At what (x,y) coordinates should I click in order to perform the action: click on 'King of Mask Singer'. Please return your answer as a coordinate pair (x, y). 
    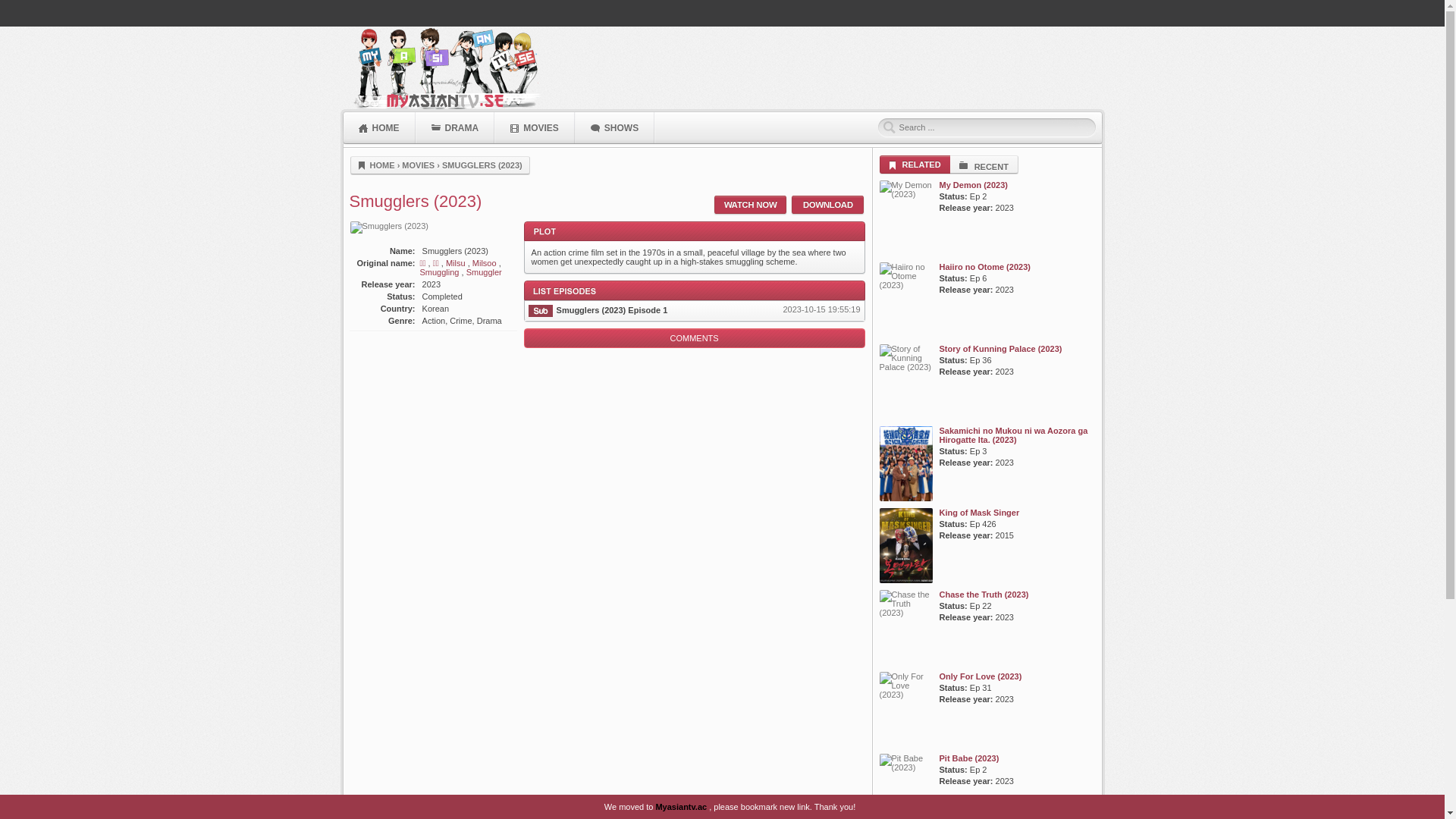
    Looking at the image, I should click on (979, 512).